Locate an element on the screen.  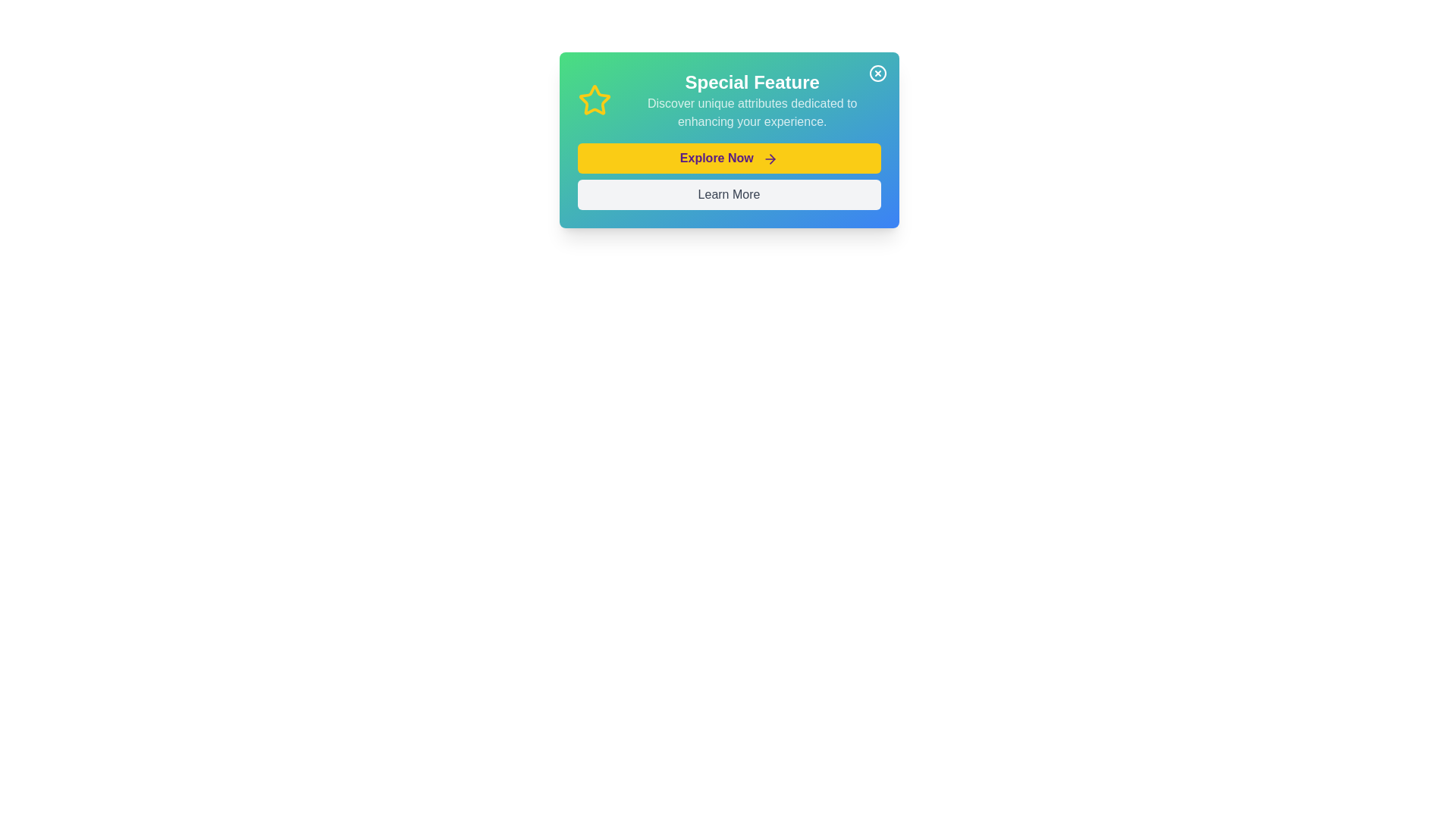
the right-pointing purple arrow icon adjacent to the 'Explore Now' yellow button is located at coordinates (770, 158).